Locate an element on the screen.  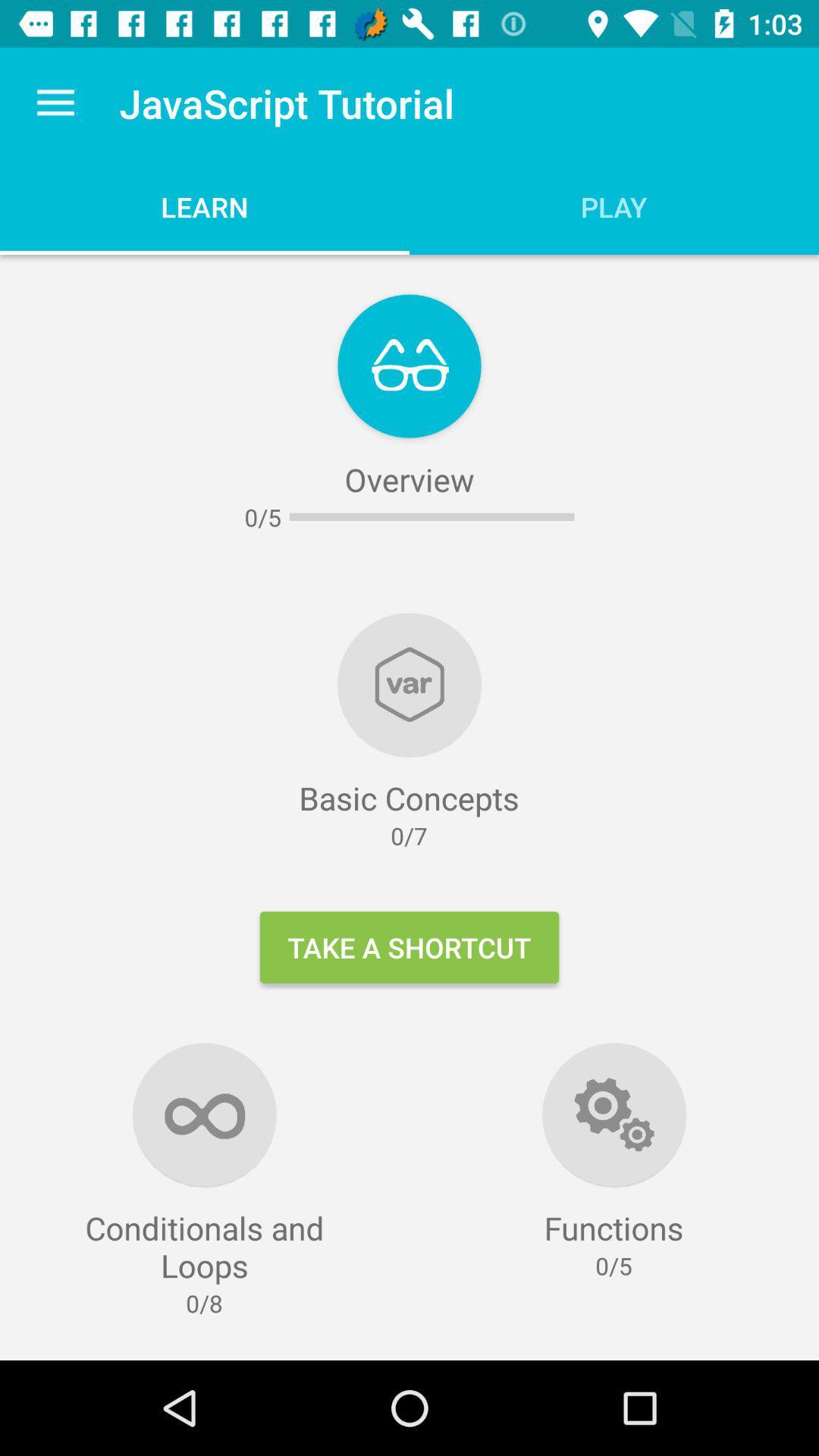
icon above the conditionals and loops item is located at coordinates (55, 102).